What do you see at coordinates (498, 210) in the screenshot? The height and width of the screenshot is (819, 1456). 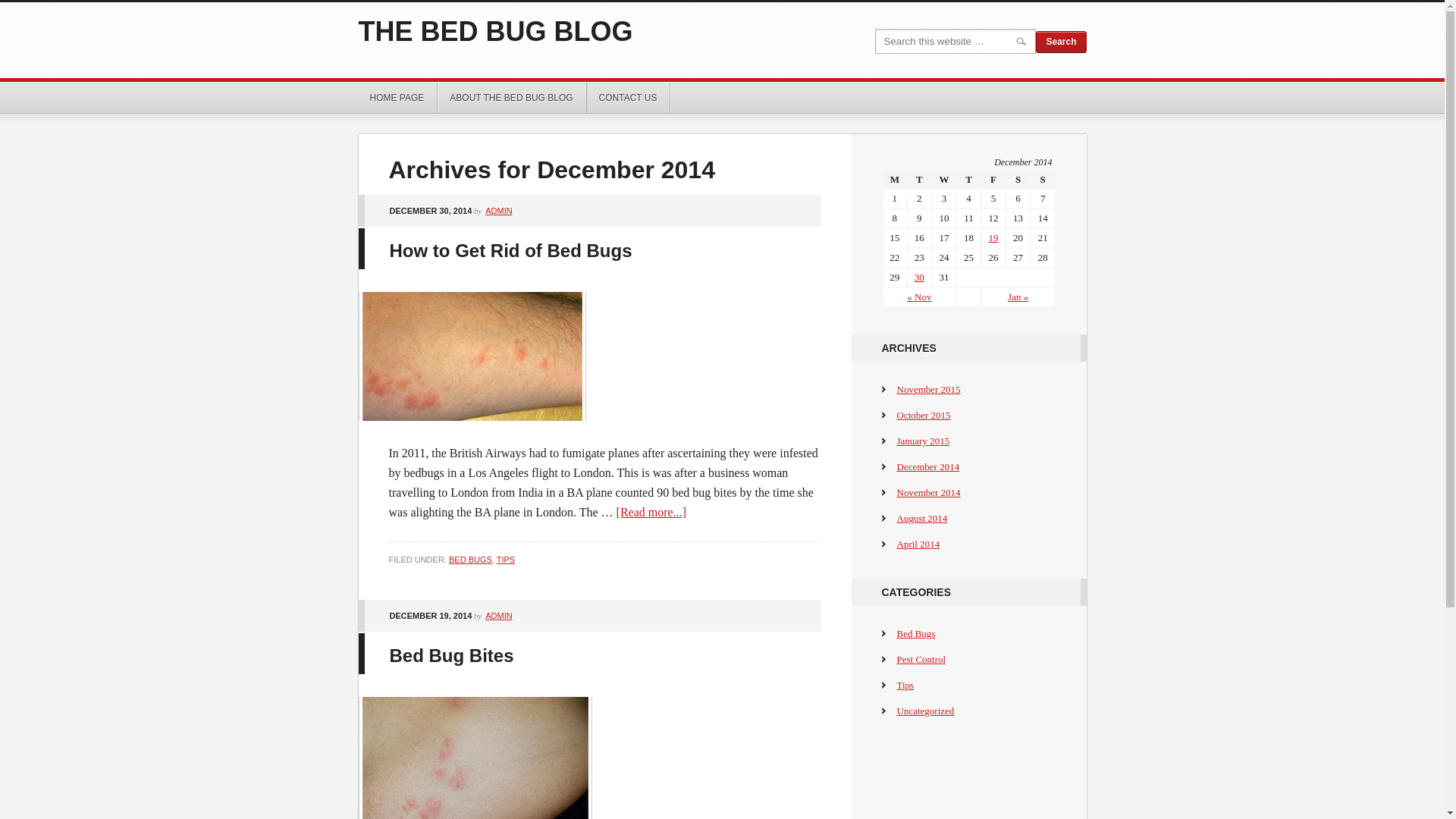 I see `'ADMIN'` at bounding box center [498, 210].